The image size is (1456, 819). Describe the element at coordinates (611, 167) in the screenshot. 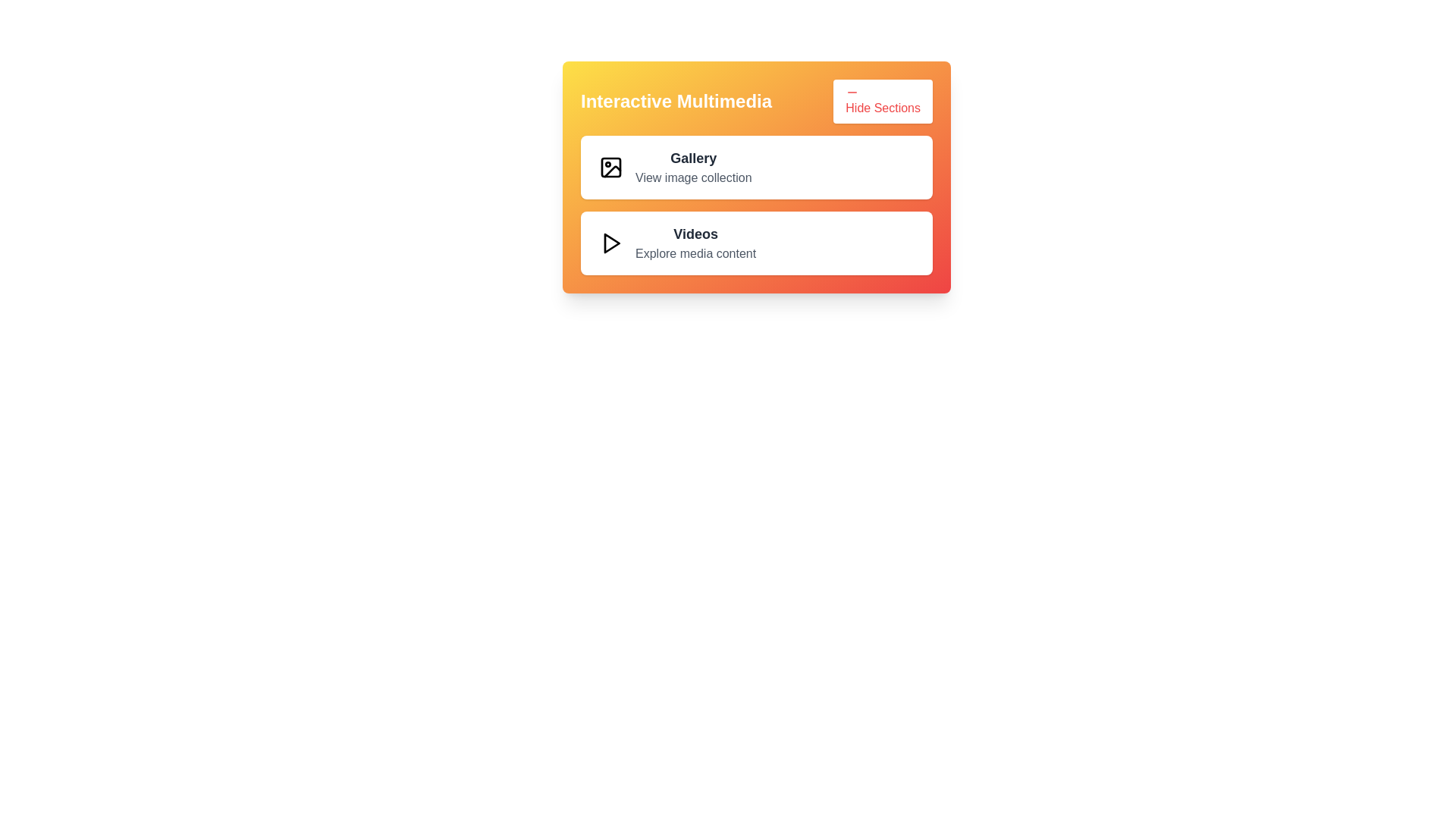

I see `the icon element located to the left of the 'Gallery' text within the 'Interactive Multimedia' card, which is a rectangular shape with slightly rounded corners and a size of 18x18 pixels` at that location.